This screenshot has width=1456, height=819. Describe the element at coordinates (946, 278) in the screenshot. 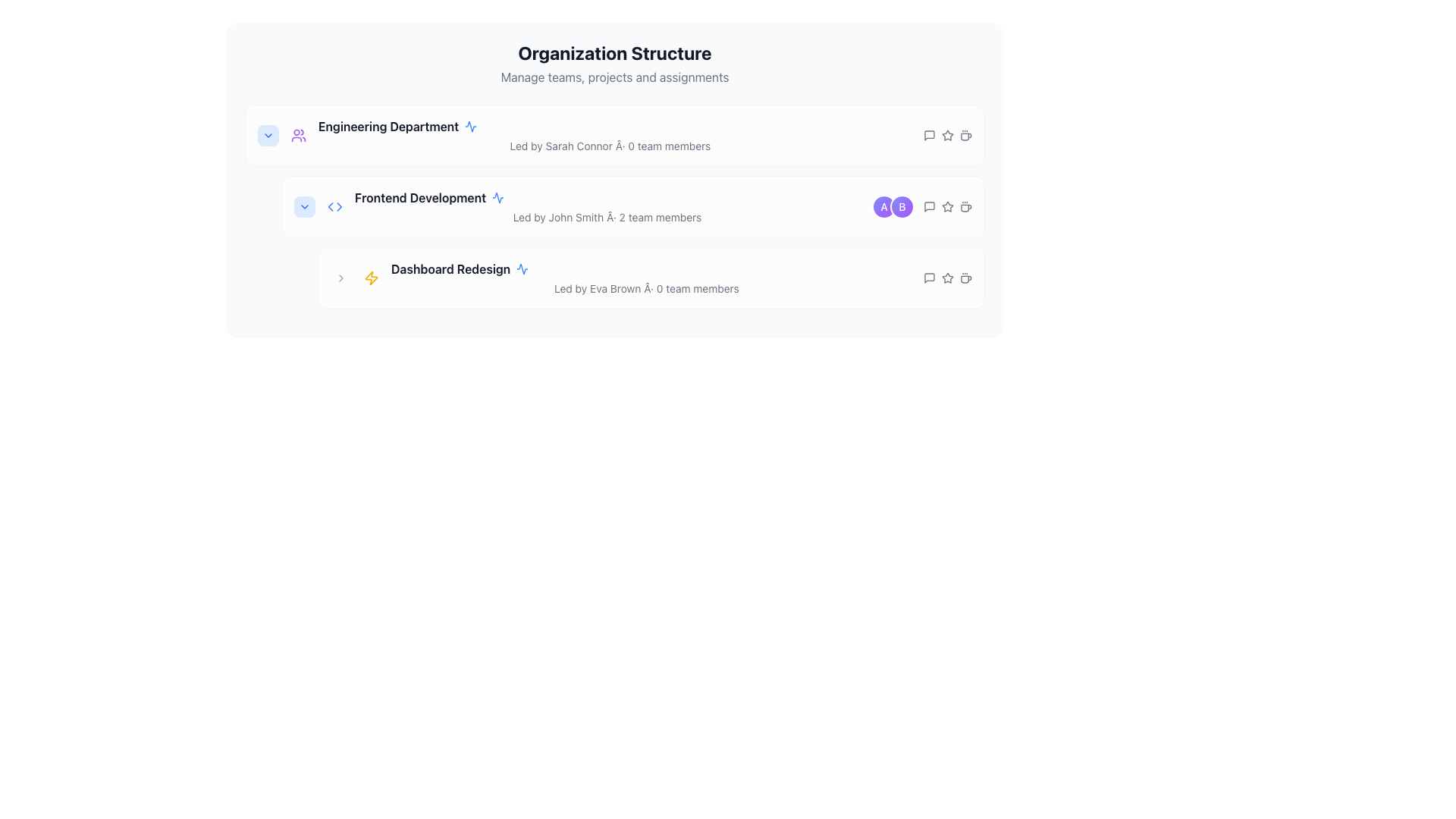

I see `the star-shaped icon button located on the right-hand side of the third section (Dashboard Redesign)` at that location.